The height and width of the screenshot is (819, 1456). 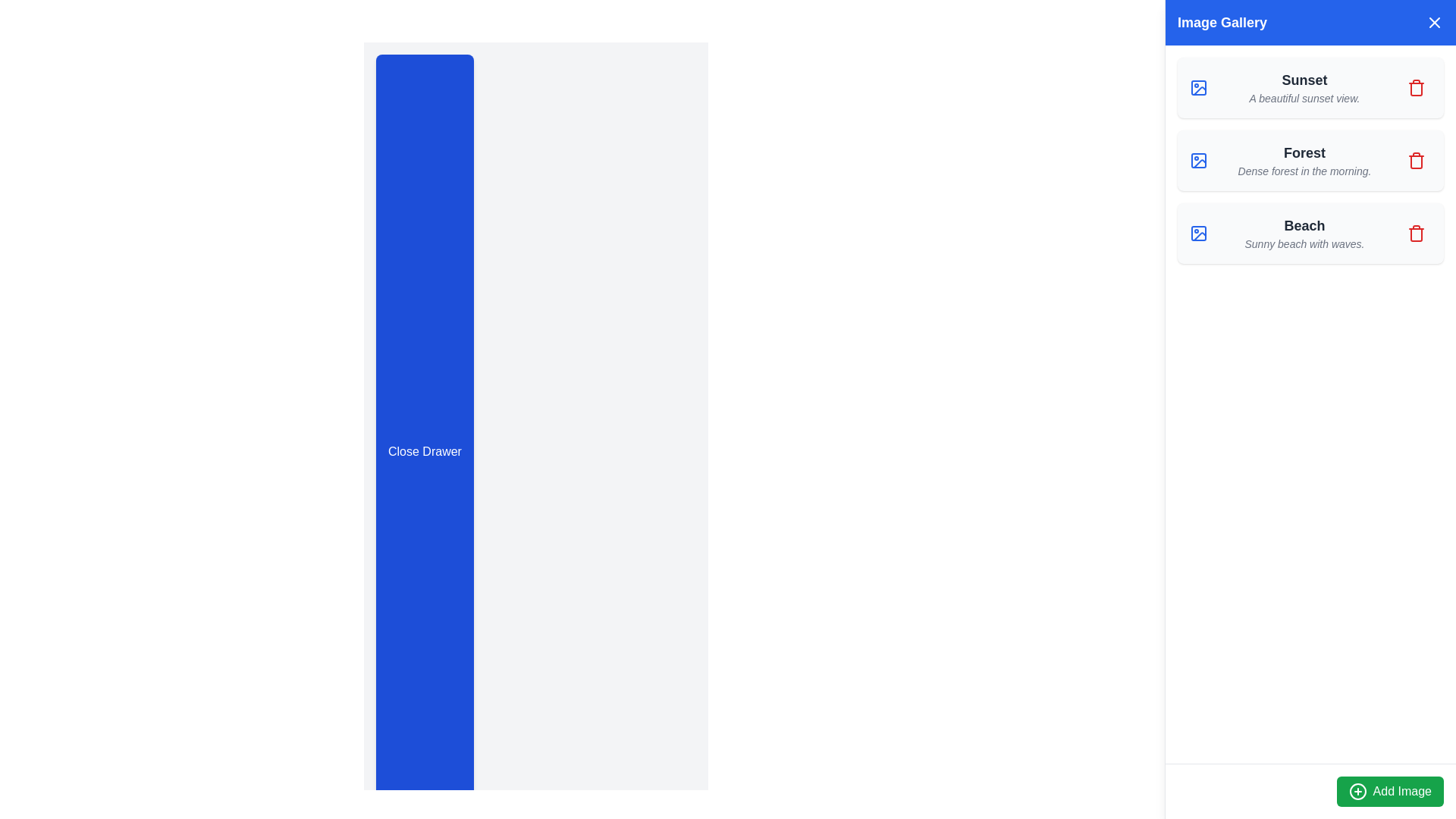 I want to click on the Text Label that displays information about 'Beach', located in the 'Image Gallery' section below 'Sunset' and 'Forest', to the right of an icon and left of a delete button, so click(x=1304, y=234).